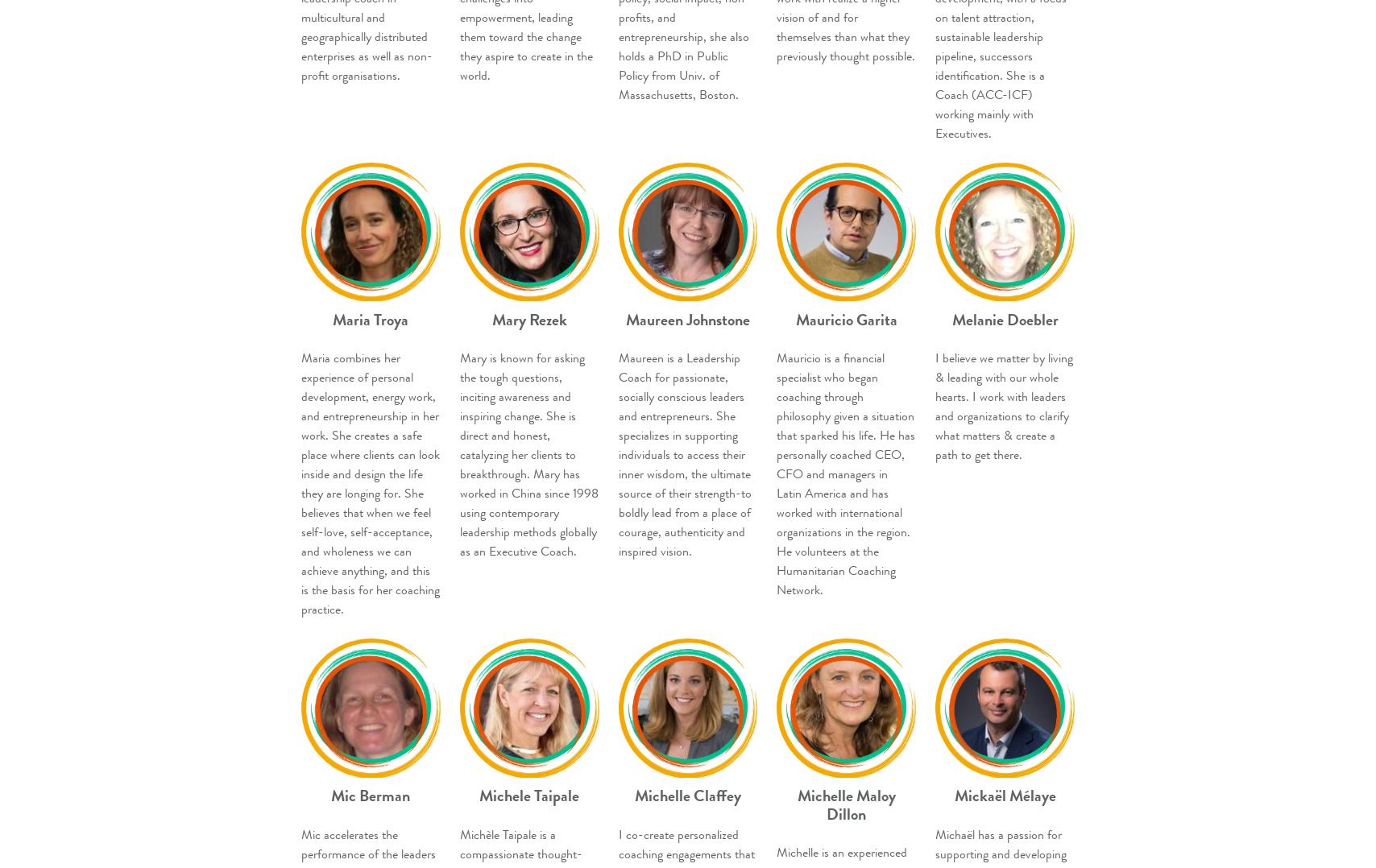  Describe the element at coordinates (370, 483) in the screenshot. I see `'Maria combines her experience of personal development, energy work, and entrepreneurship in her work. She creates a safe place where clients can look inside and design the life they are longing for. She believes that when we feel self-love, self-acceptance, and wholeness we can achieve anything, and this is the basis for her coaching practice.'` at that location.